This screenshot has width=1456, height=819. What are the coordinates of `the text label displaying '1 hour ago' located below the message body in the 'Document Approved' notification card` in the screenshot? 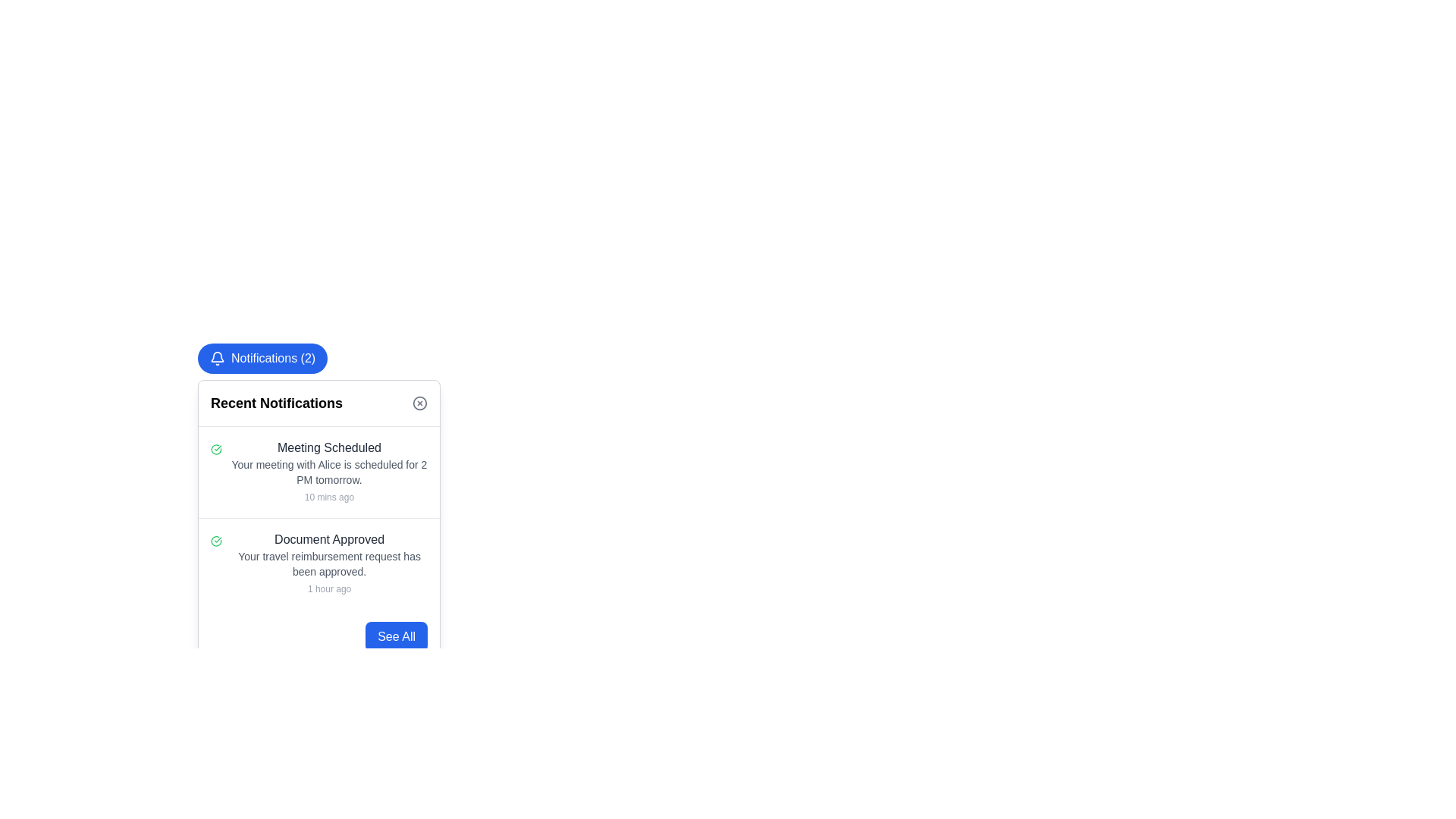 It's located at (328, 588).